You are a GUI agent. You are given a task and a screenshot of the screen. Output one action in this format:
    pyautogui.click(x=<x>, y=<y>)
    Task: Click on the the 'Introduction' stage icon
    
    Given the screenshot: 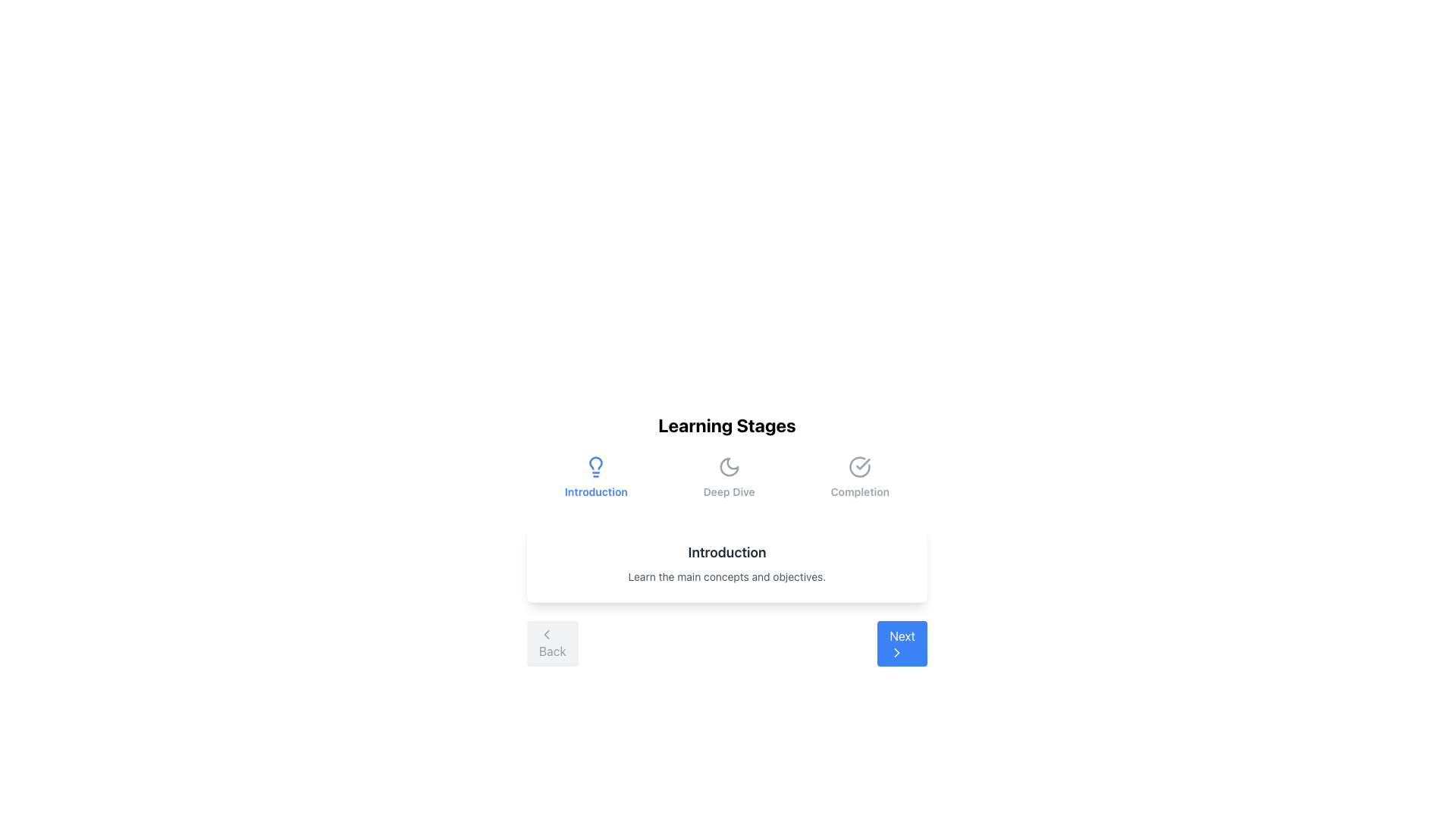 What is the action you would take?
    pyautogui.click(x=595, y=476)
    